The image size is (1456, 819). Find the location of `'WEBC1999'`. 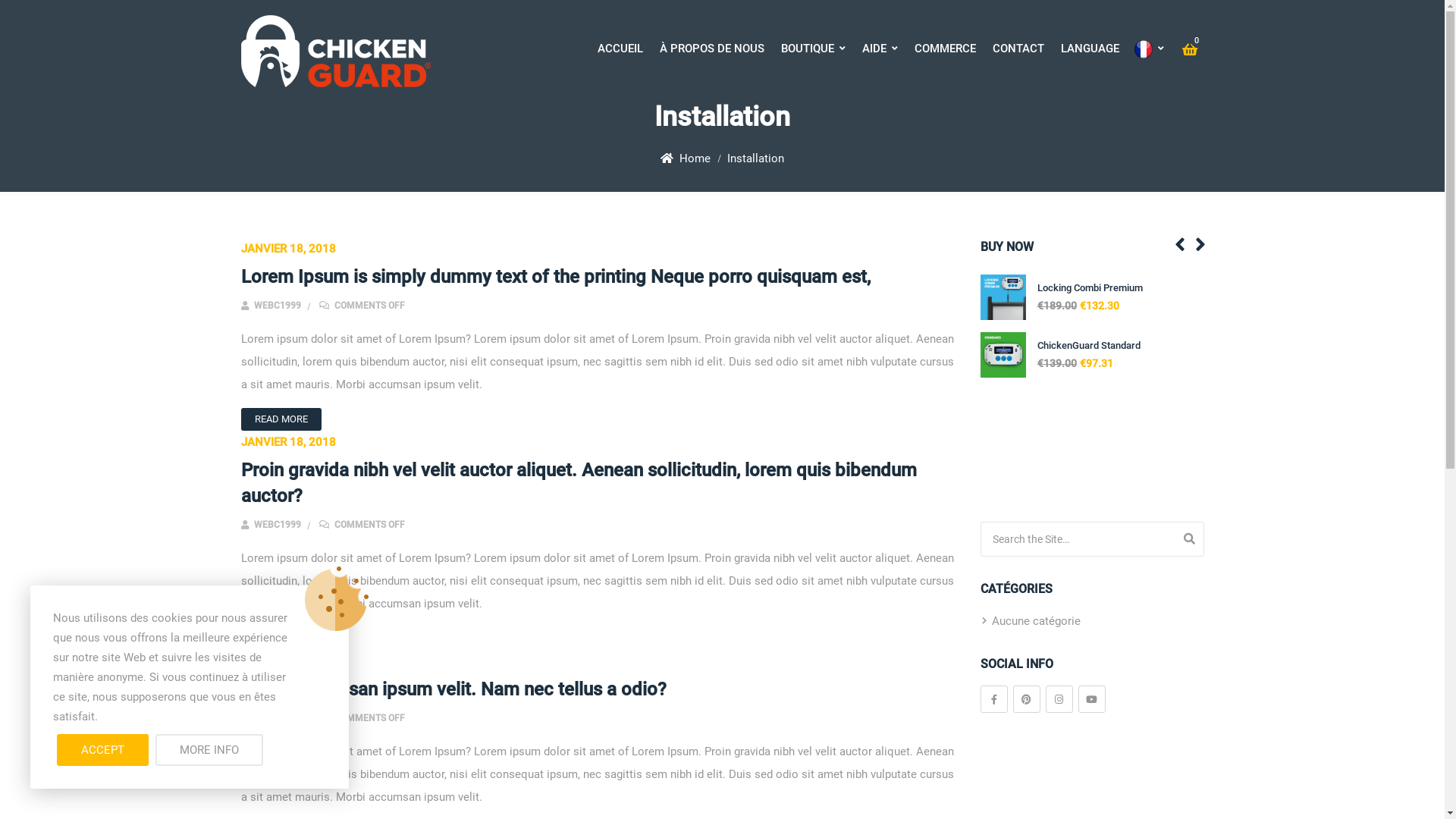

'WEBC1999' is located at coordinates (240, 717).